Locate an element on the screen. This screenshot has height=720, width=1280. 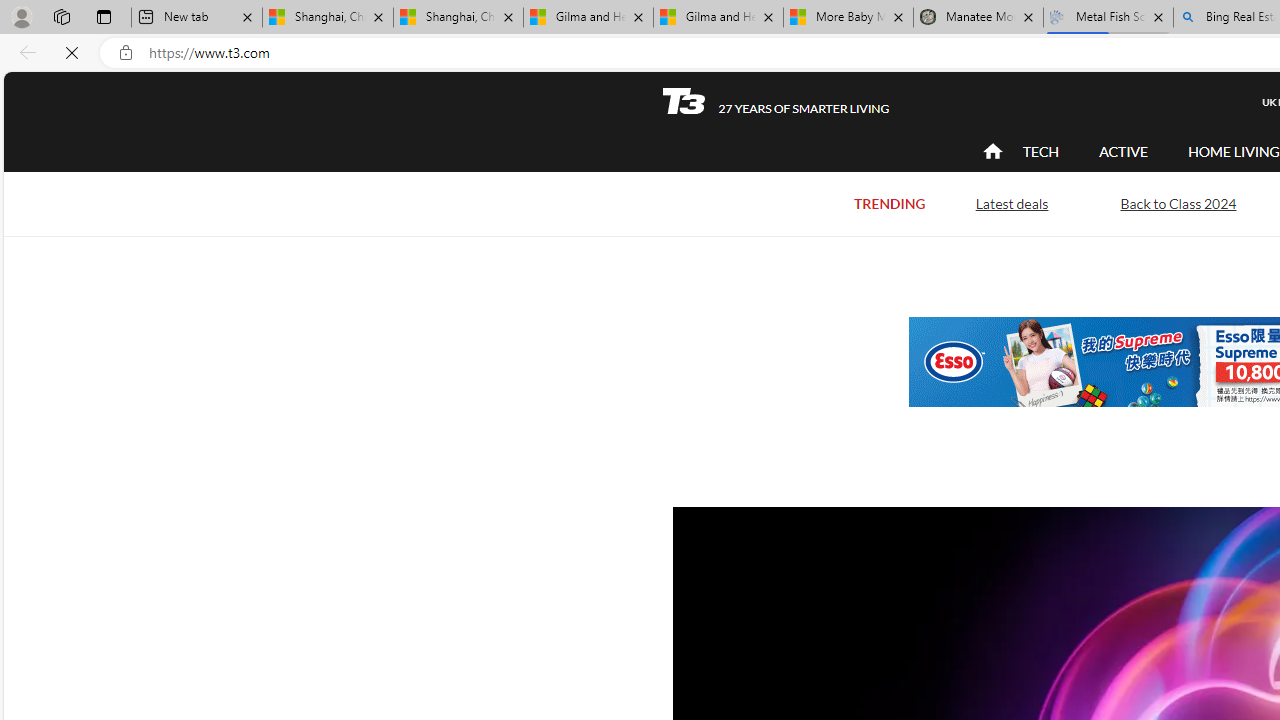
'home' is located at coordinates (992, 152).